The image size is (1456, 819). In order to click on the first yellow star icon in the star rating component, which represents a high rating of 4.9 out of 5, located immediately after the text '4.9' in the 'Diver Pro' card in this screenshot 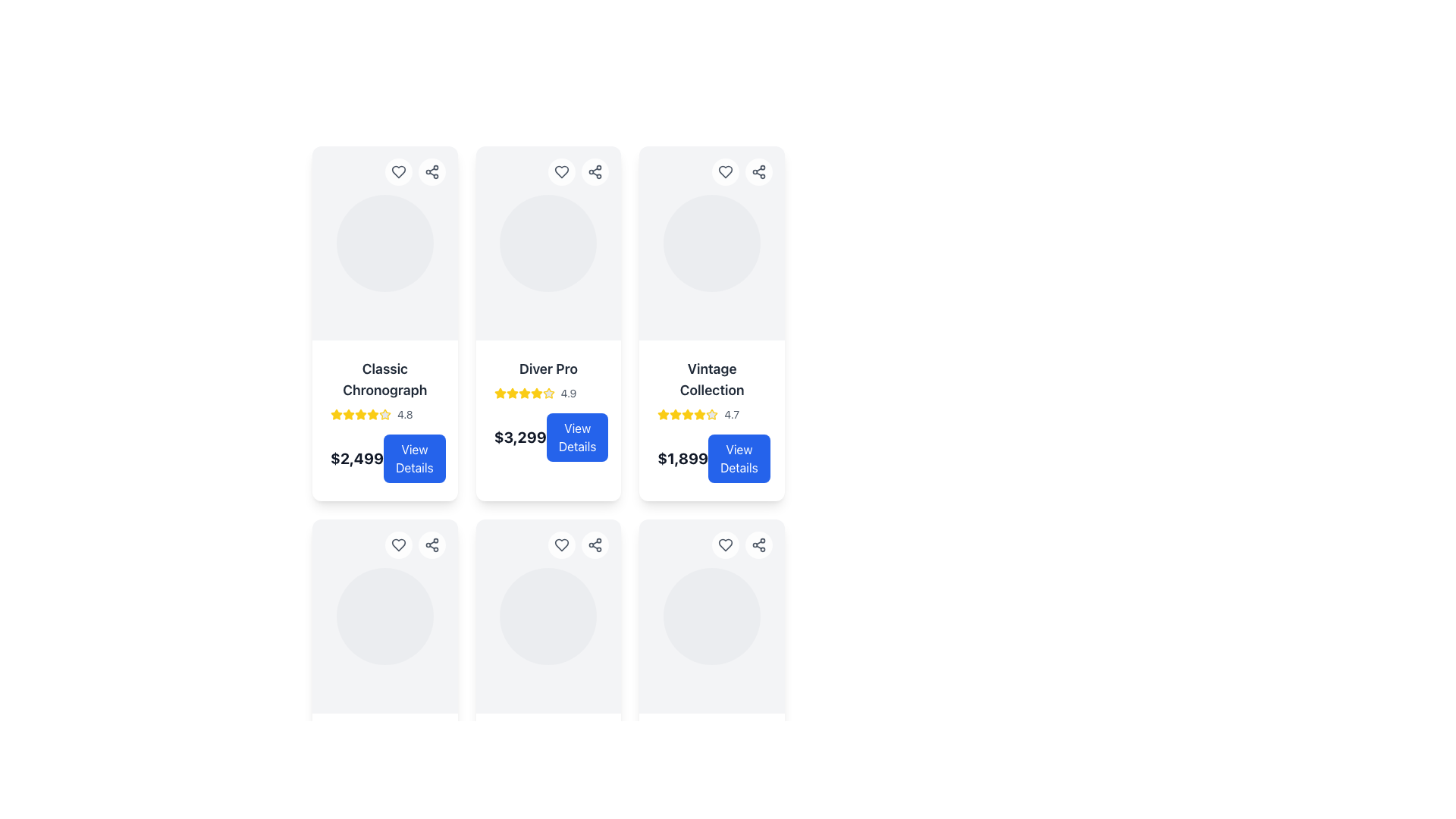, I will do `click(500, 393)`.